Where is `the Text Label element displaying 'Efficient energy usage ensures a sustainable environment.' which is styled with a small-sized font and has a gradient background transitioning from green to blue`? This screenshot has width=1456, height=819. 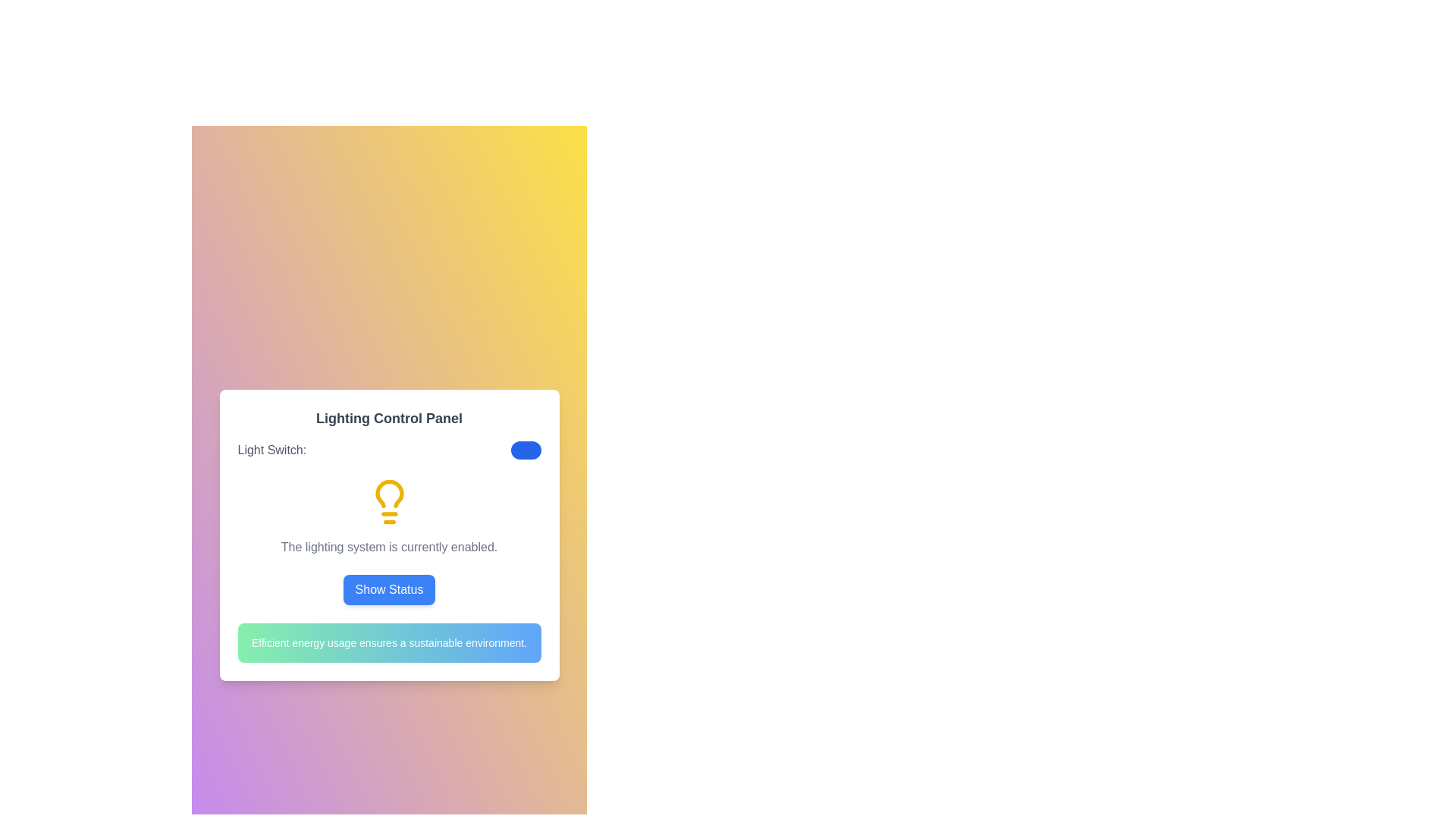 the Text Label element displaying 'Efficient energy usage ensures a sustainable environment.' which is styled with a small-sized font and has a gradient background transitioning from green to blue is located at coordinates (389, 643).